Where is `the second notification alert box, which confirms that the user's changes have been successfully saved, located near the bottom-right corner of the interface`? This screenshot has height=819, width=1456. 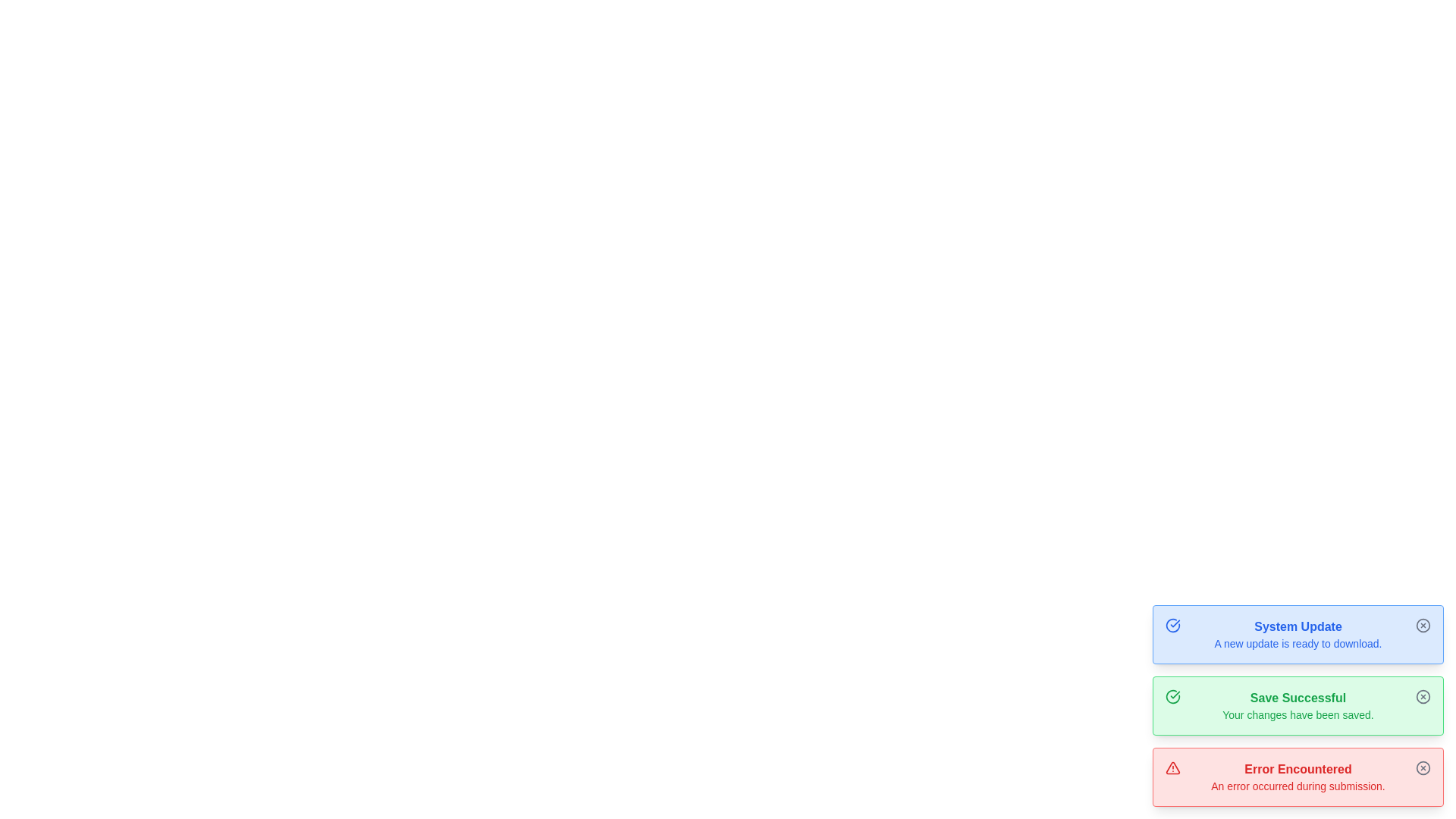
the second notification alert box, which confirms that the user's changes have been successfully saved, located near the bottom-right corner of the interface is located at coordinates (1298, 705).